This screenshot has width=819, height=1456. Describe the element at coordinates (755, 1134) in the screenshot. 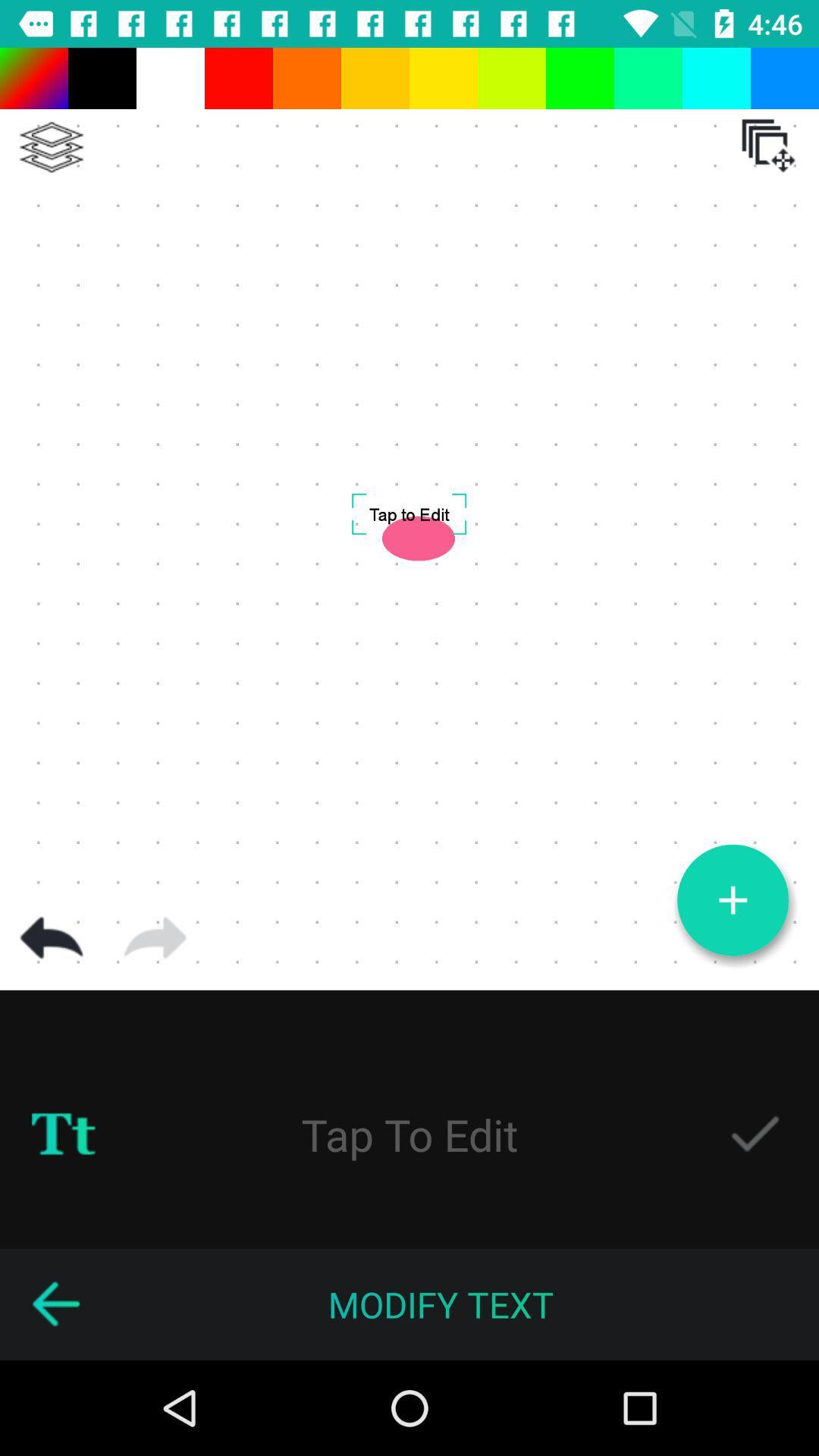

I see `approve edit` at that location.